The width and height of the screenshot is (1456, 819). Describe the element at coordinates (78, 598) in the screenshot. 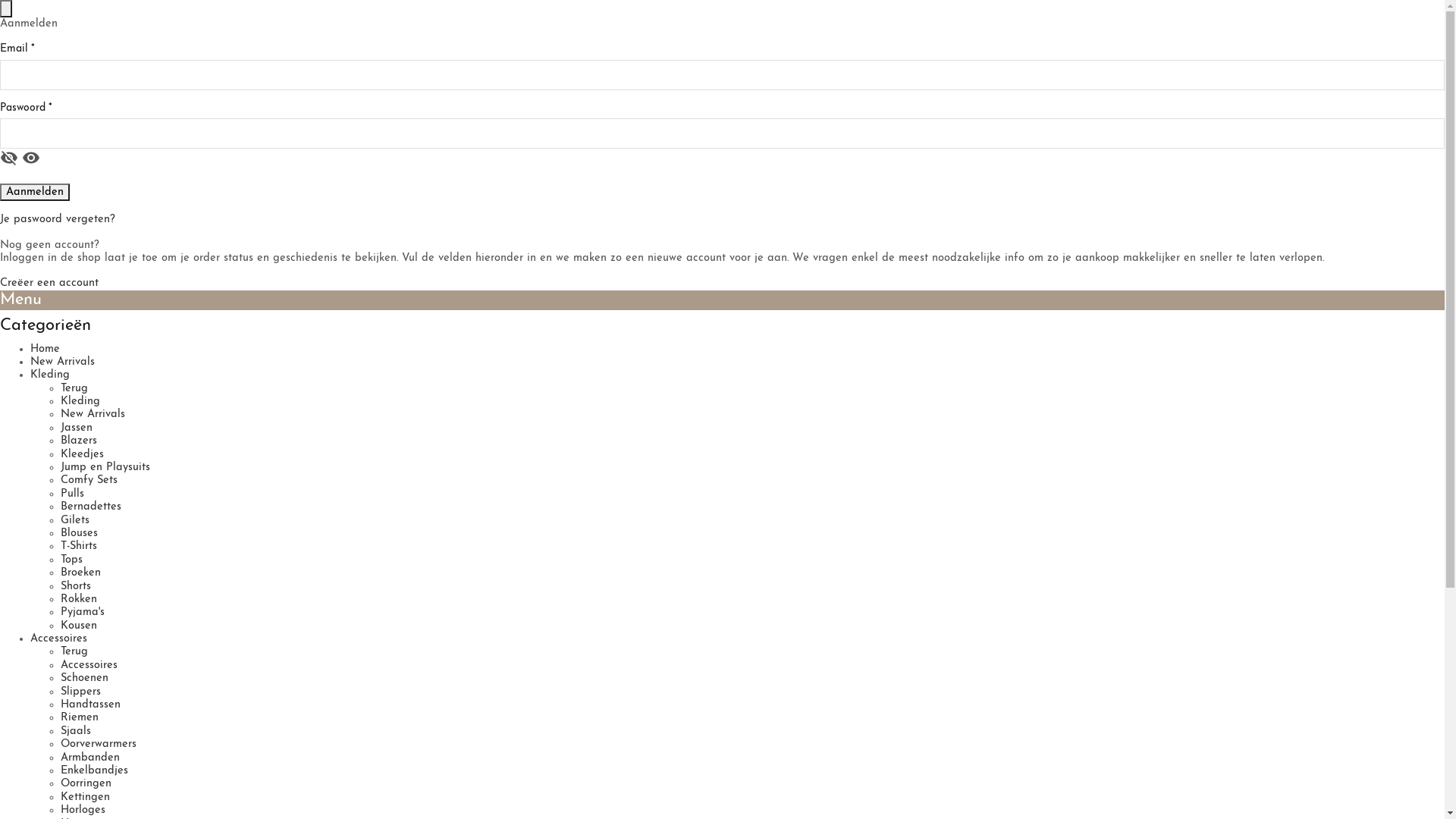

I see `'Rokken'` at that location.